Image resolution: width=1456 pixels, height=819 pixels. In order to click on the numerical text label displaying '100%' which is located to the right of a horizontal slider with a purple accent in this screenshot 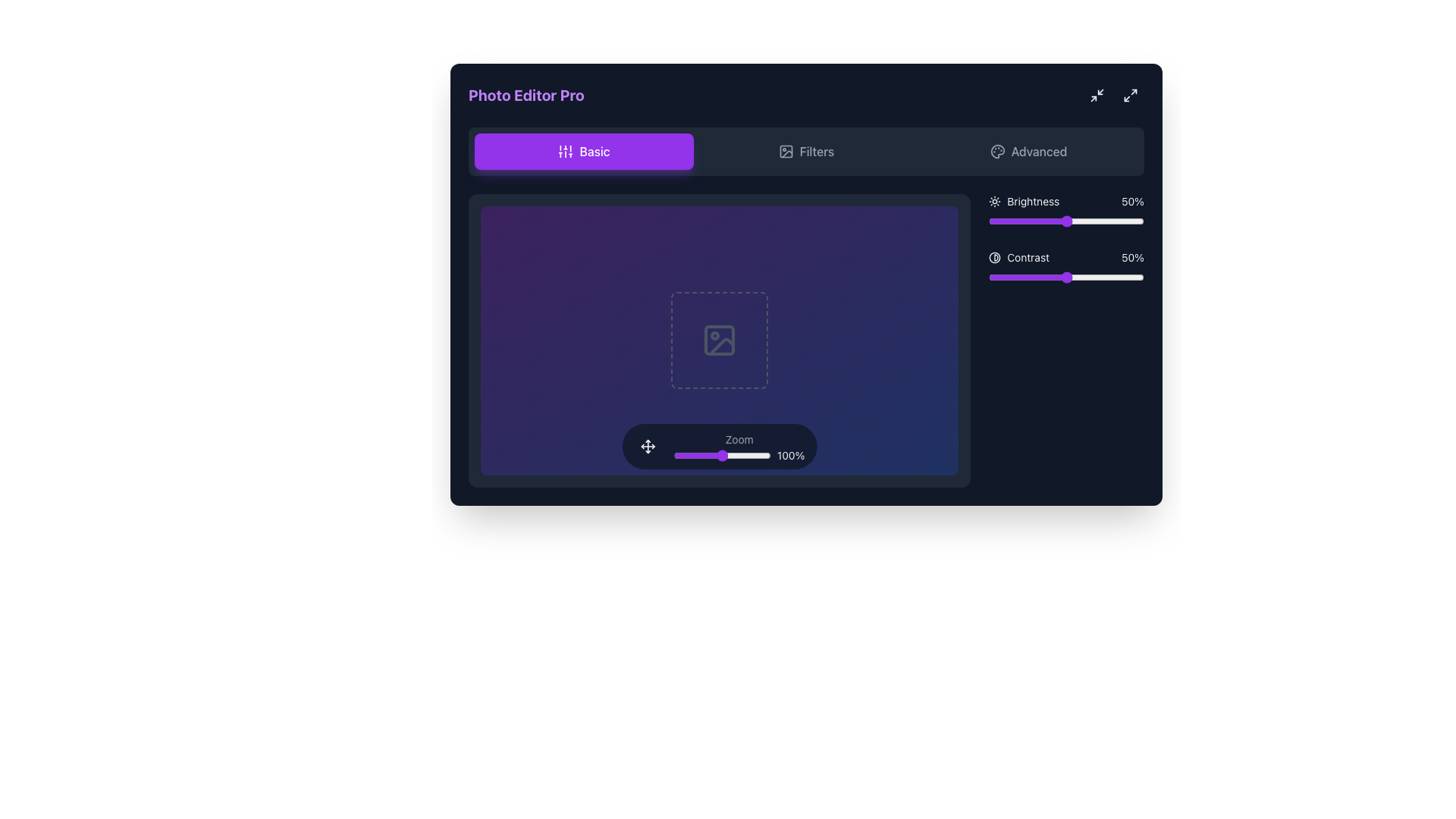, I will do `click(739, 454)`.